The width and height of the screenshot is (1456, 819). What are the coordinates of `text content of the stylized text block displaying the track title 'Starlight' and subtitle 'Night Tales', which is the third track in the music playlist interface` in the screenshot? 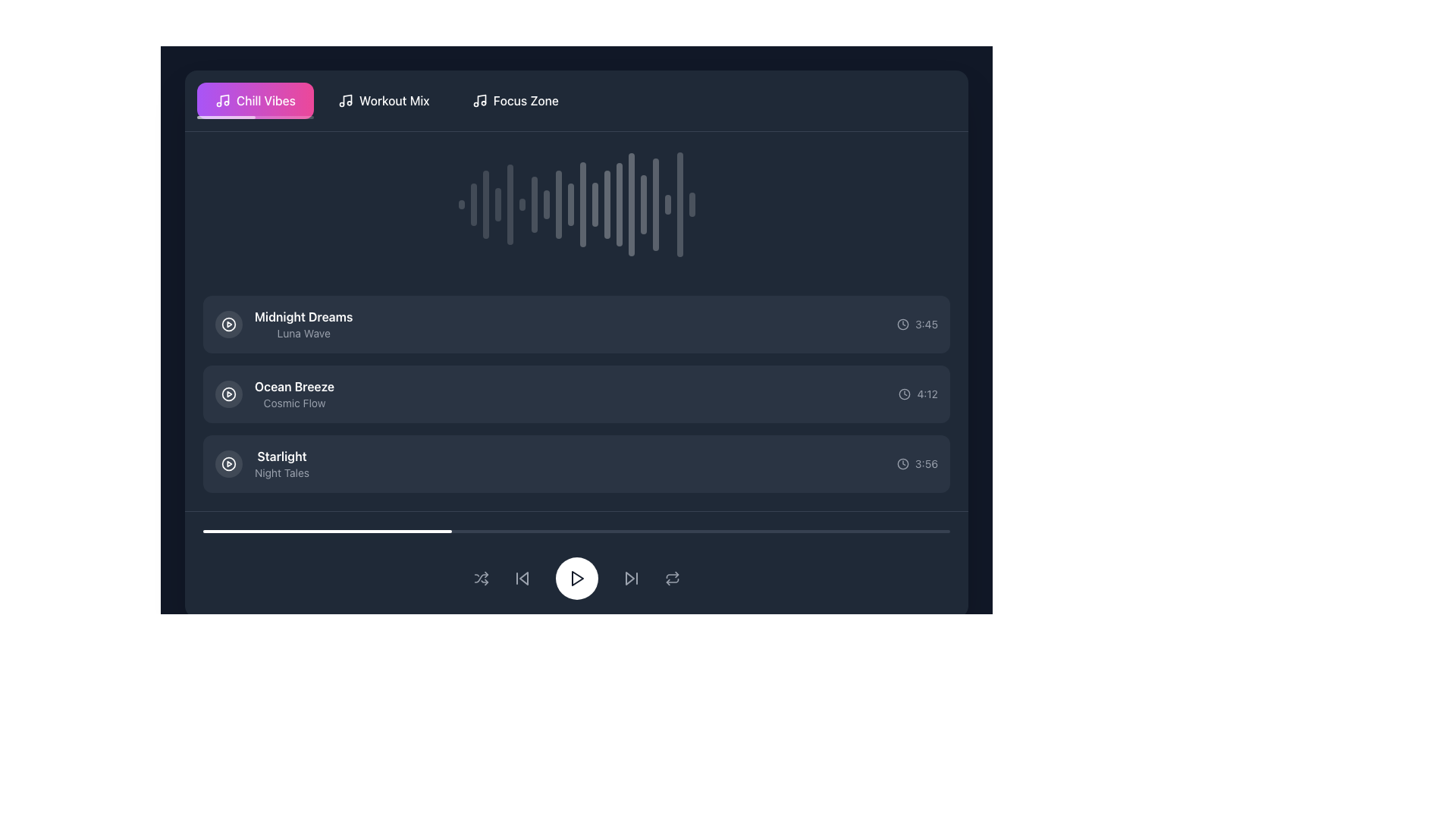 It's located at (262, 463).